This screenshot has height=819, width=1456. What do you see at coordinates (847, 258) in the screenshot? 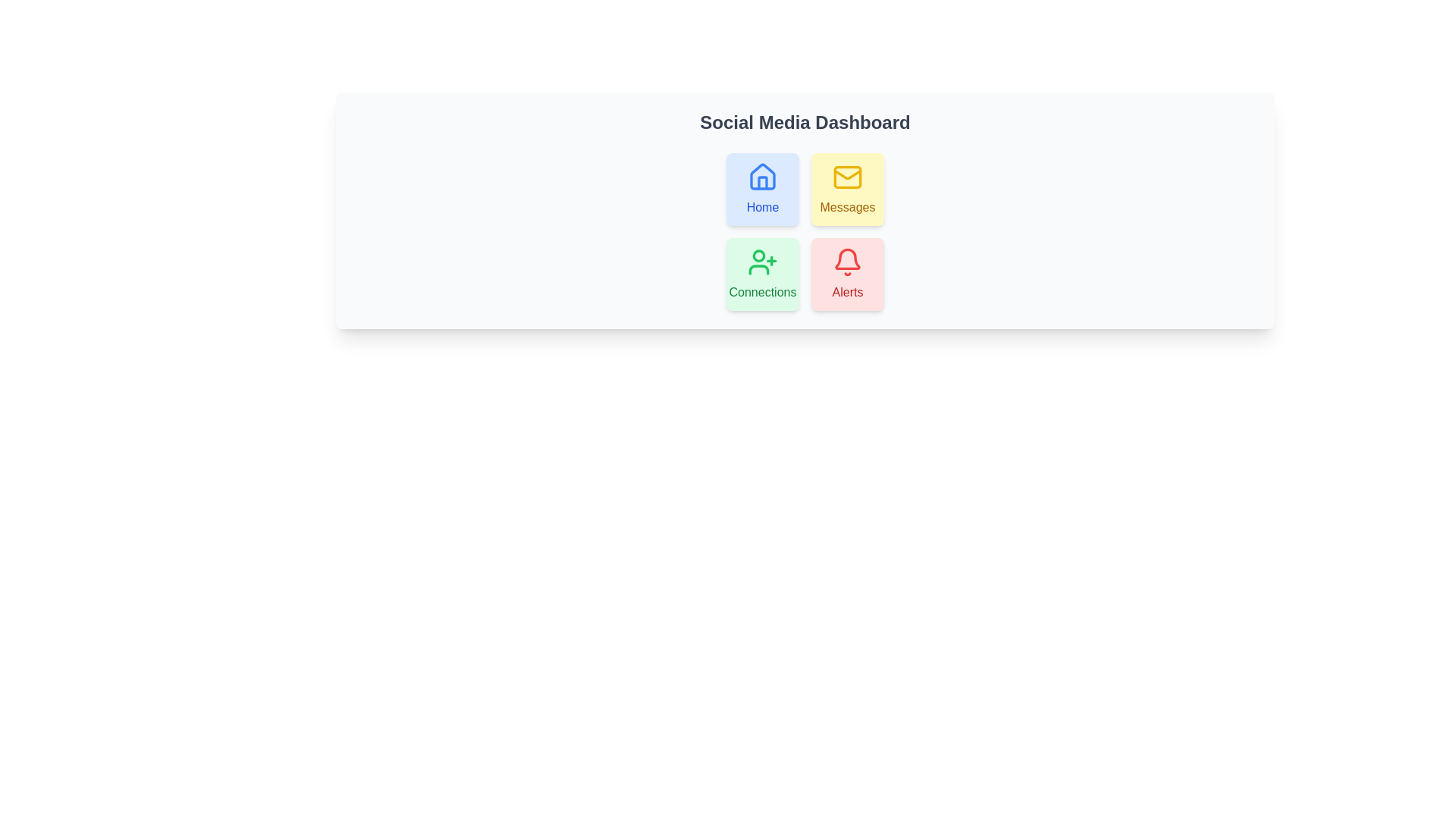
I see `the red bell-shaped icon within the 'Alerts' tile located in the bottom-right corner of the interface` at bounding box center [847, 258].